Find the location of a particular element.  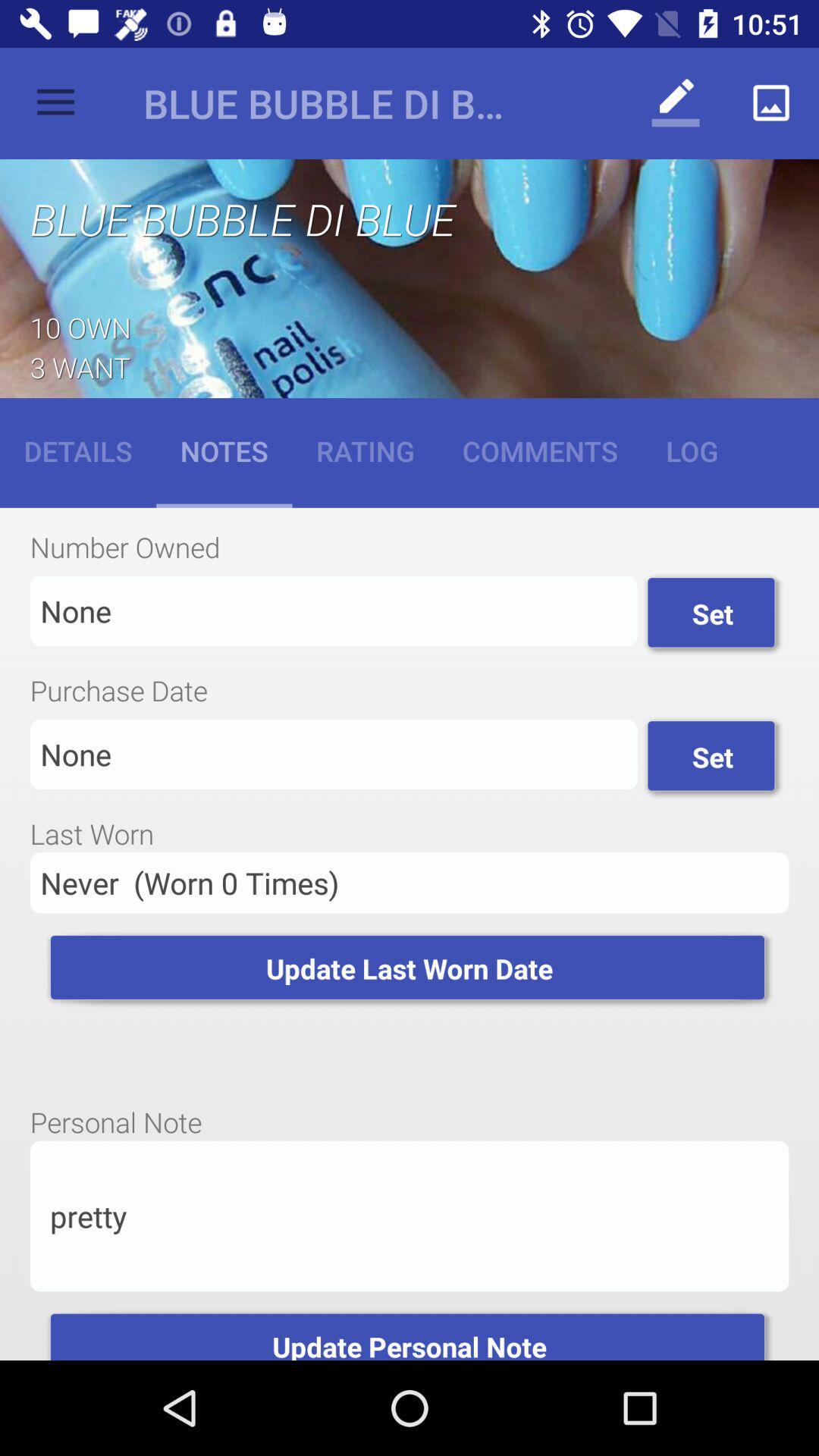

app above update personal note item is located at coordinates (409, 1216).